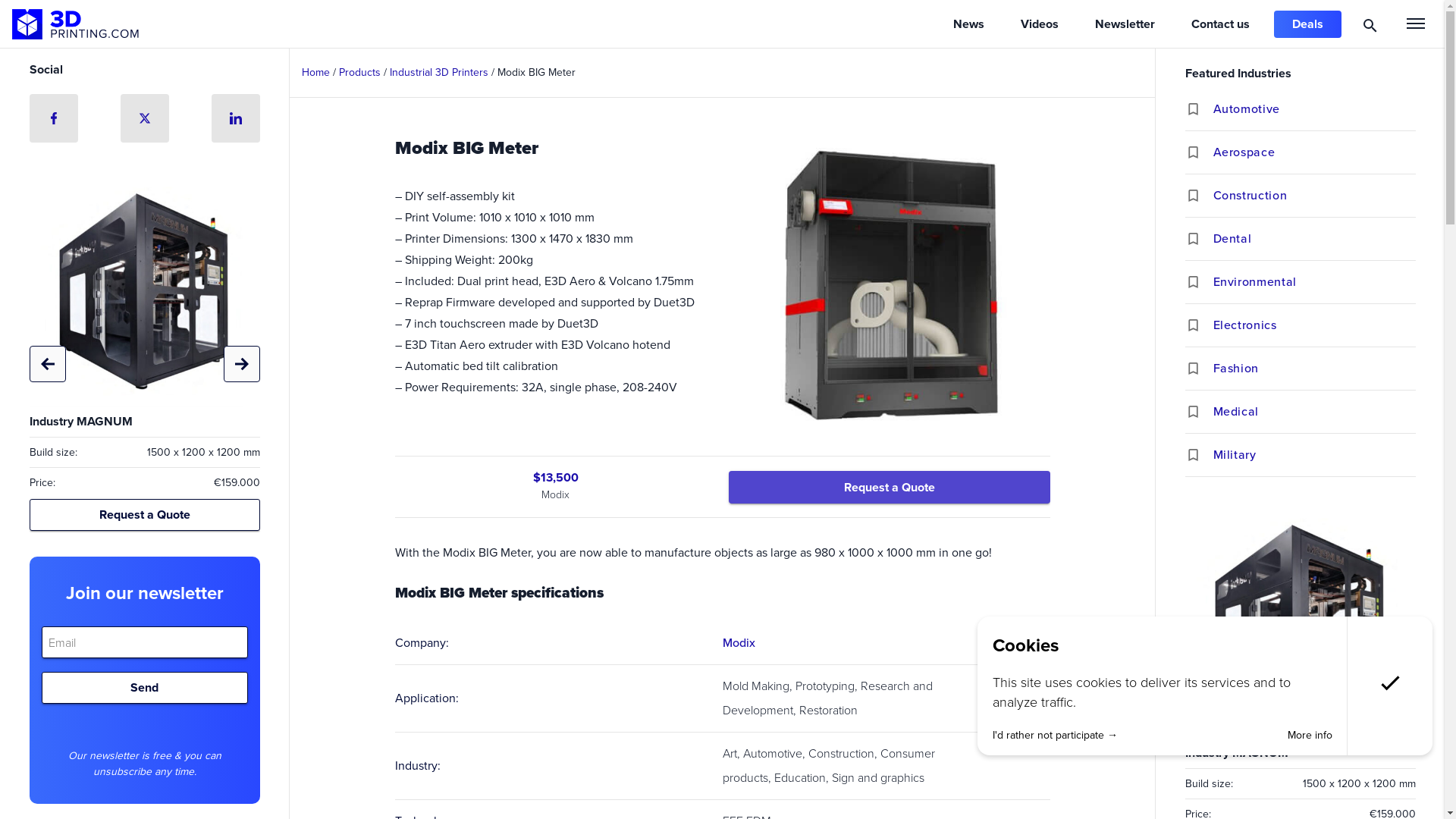  What do you see at coordinates (1212, 239) in the screenshot?
I see `'Dental'` at bounding box center [1212, 239].